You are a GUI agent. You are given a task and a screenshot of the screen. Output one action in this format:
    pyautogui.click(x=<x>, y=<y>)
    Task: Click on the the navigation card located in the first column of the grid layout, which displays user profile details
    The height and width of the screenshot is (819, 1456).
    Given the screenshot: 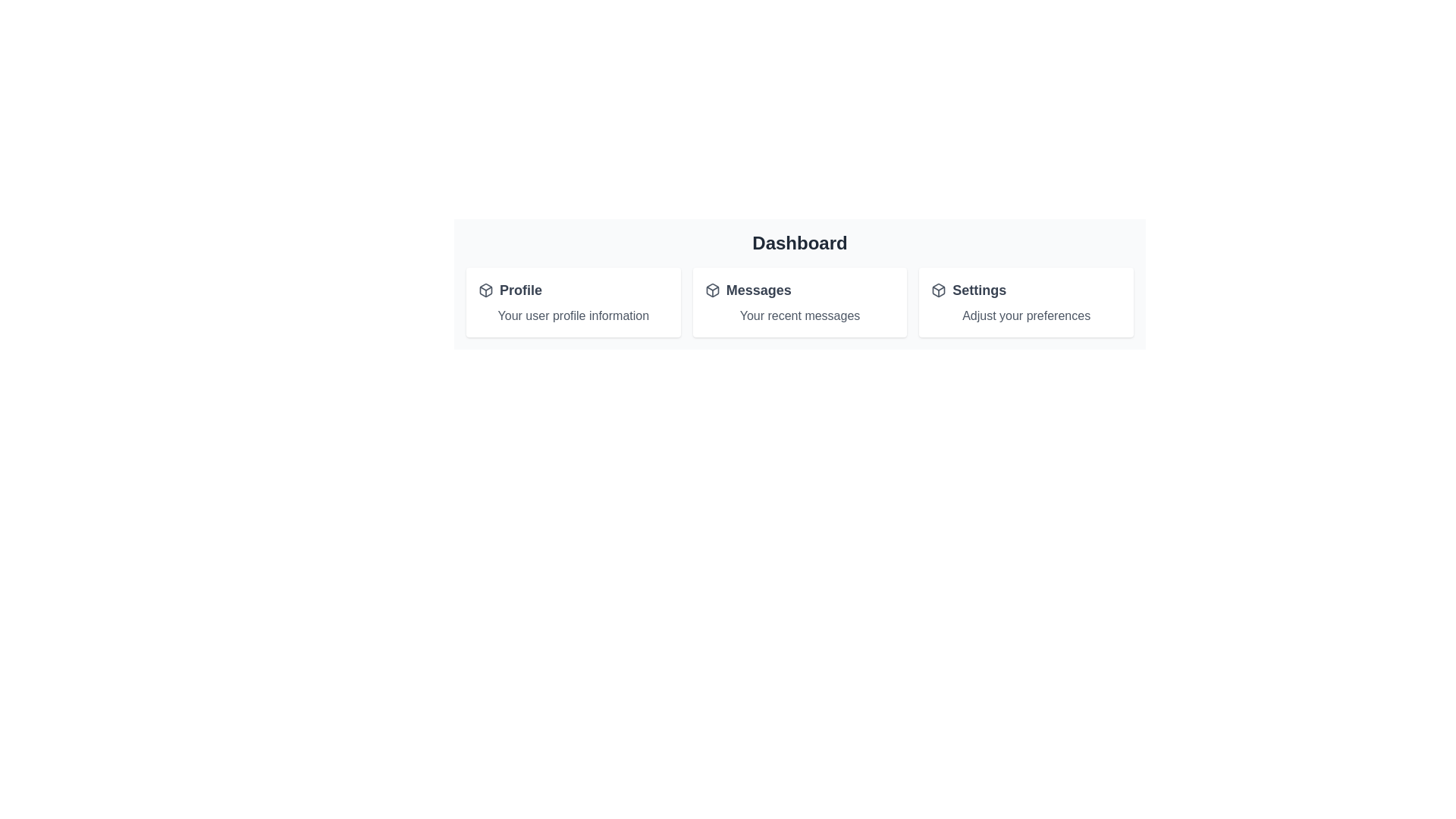 What is the action you would take?
    pyautogui.click(x=572, y=302)
    